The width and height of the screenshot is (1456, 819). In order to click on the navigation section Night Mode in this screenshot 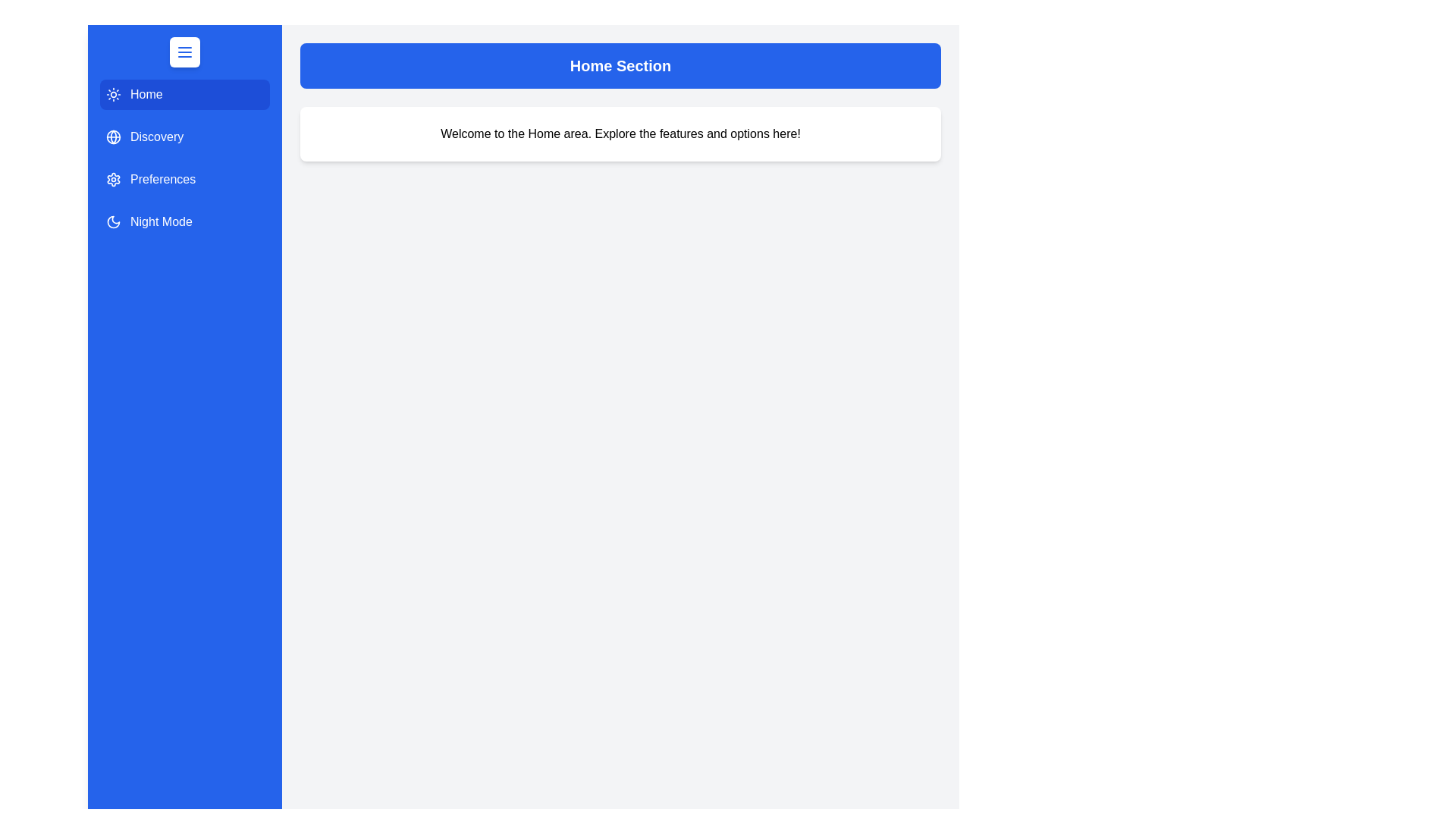, I will do `click(184, 222)`.